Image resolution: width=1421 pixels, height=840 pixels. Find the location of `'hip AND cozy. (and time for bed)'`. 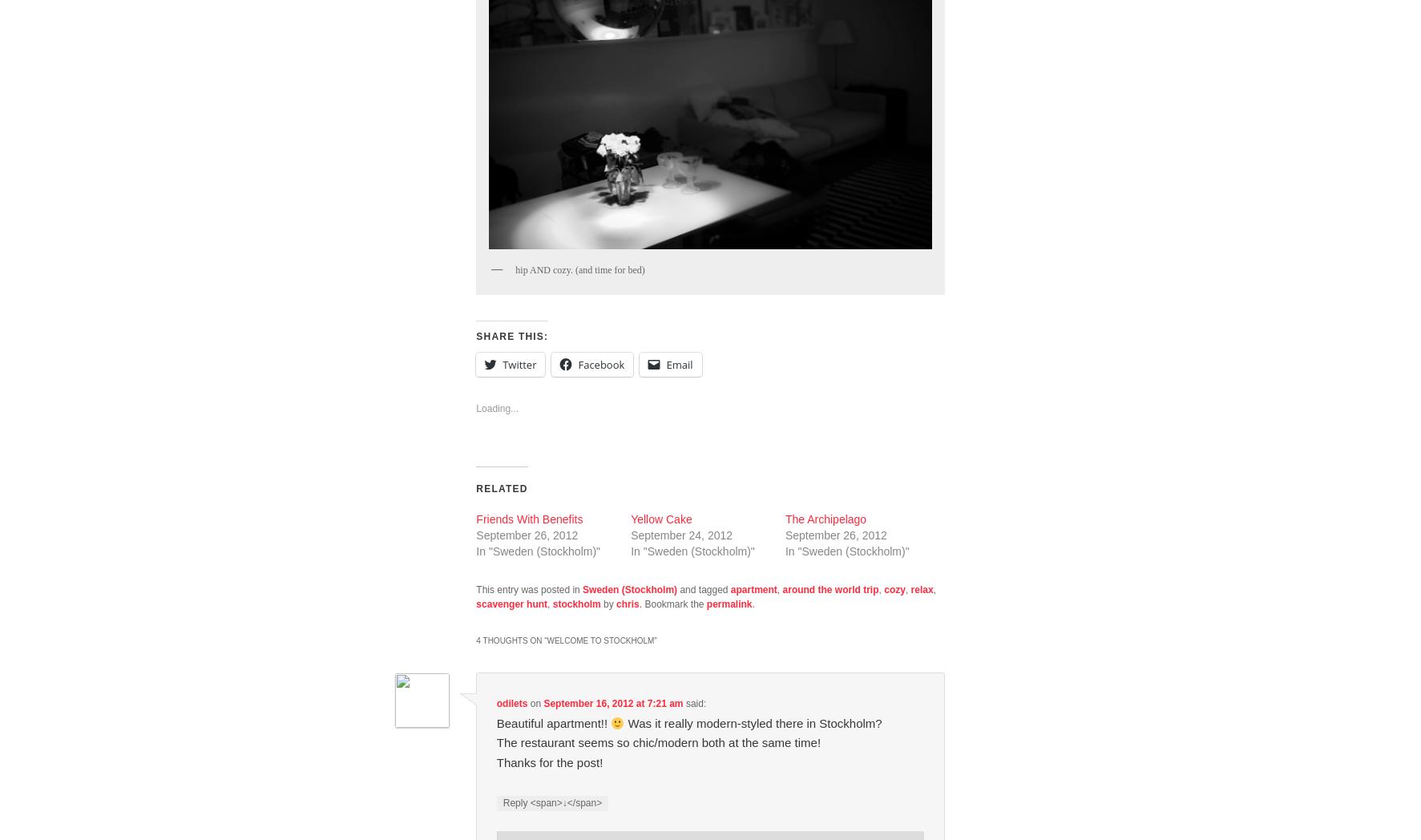

'hip AND cozy. (and time for bed)' is located at coordinates (579, 269).